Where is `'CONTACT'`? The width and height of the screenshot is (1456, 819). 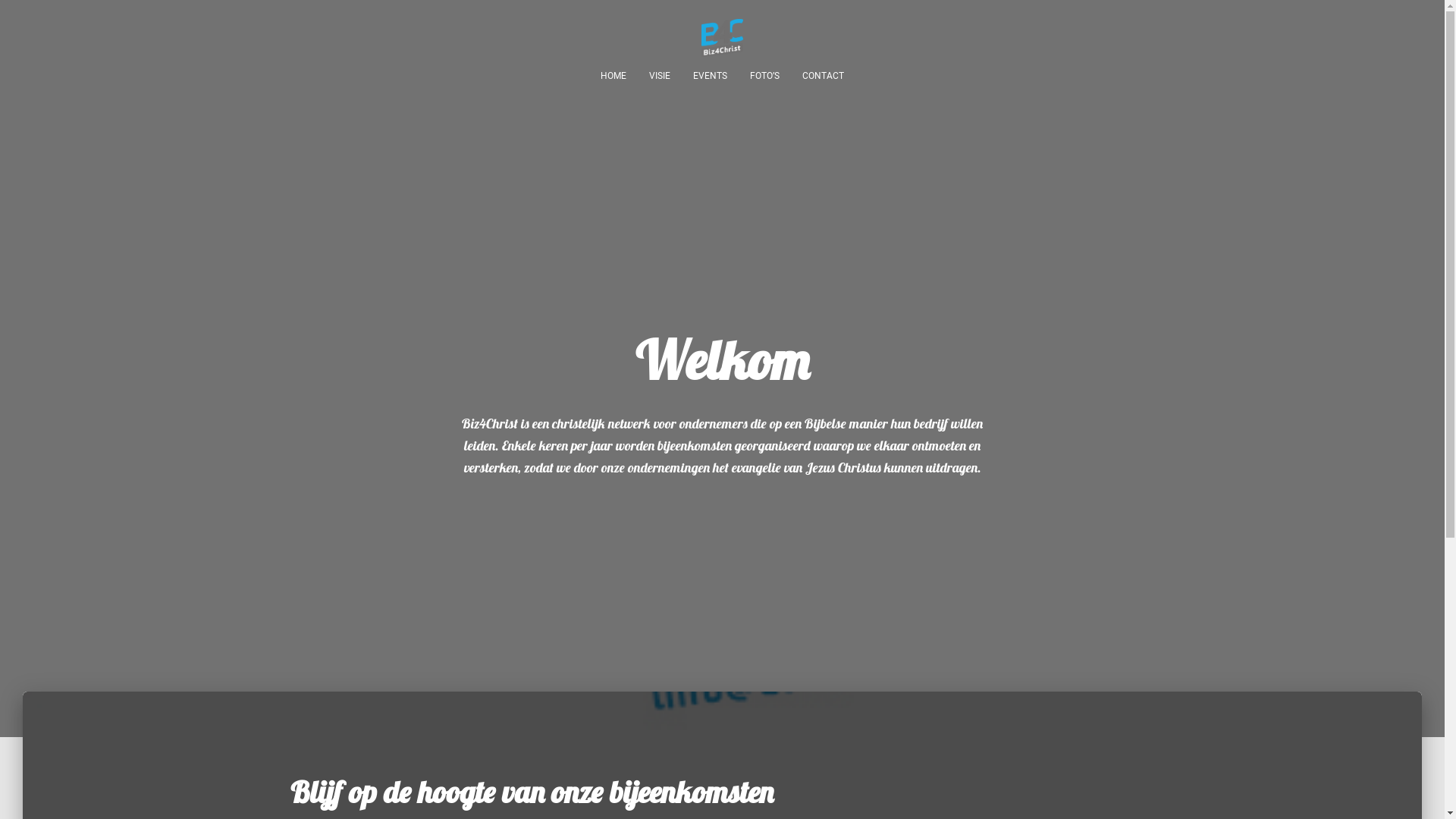 'CONTACT' is located at coordinates (822, 76).